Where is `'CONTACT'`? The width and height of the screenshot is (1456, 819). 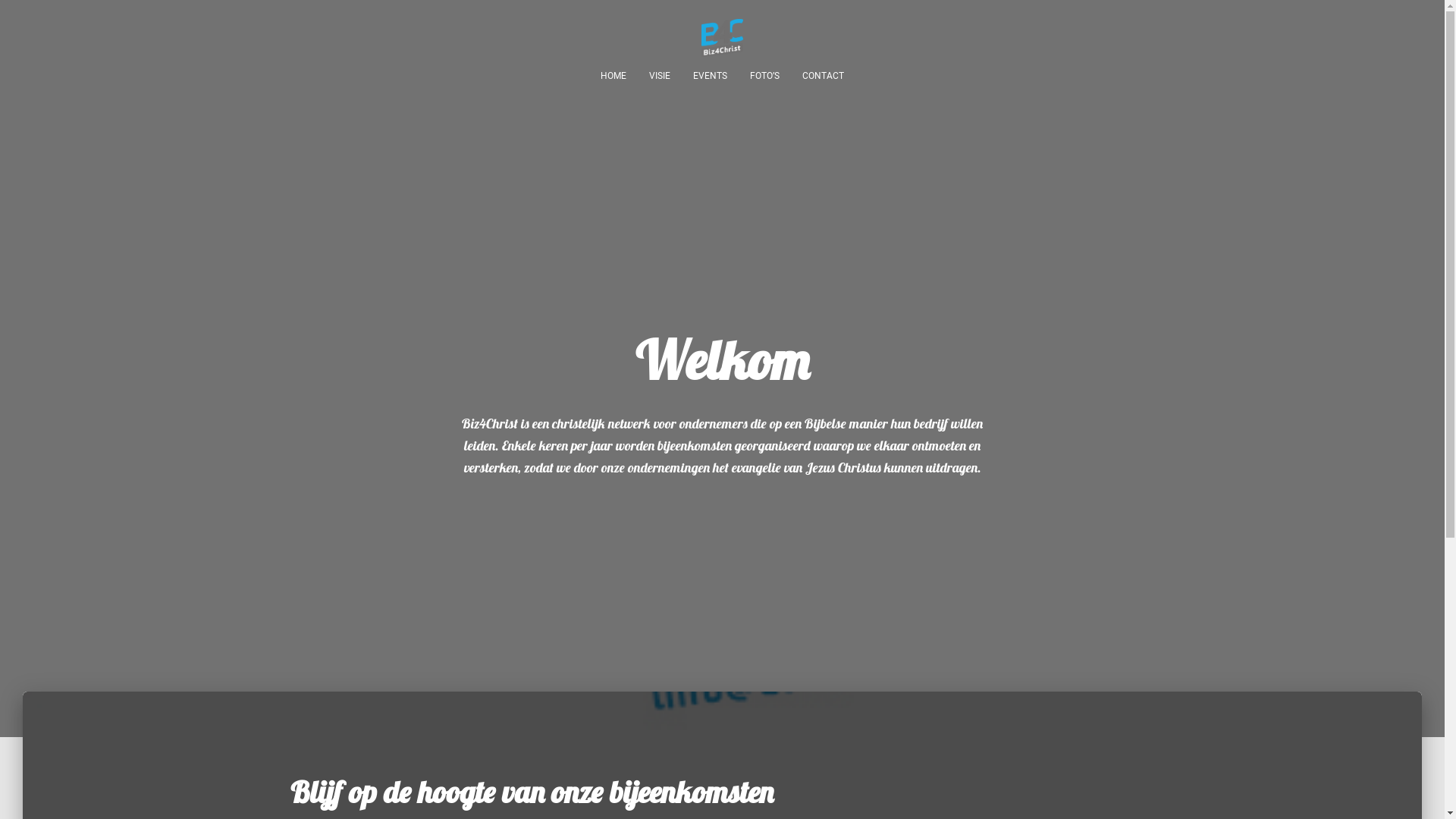 'CONTACT' is located at coordinates (822, 76).